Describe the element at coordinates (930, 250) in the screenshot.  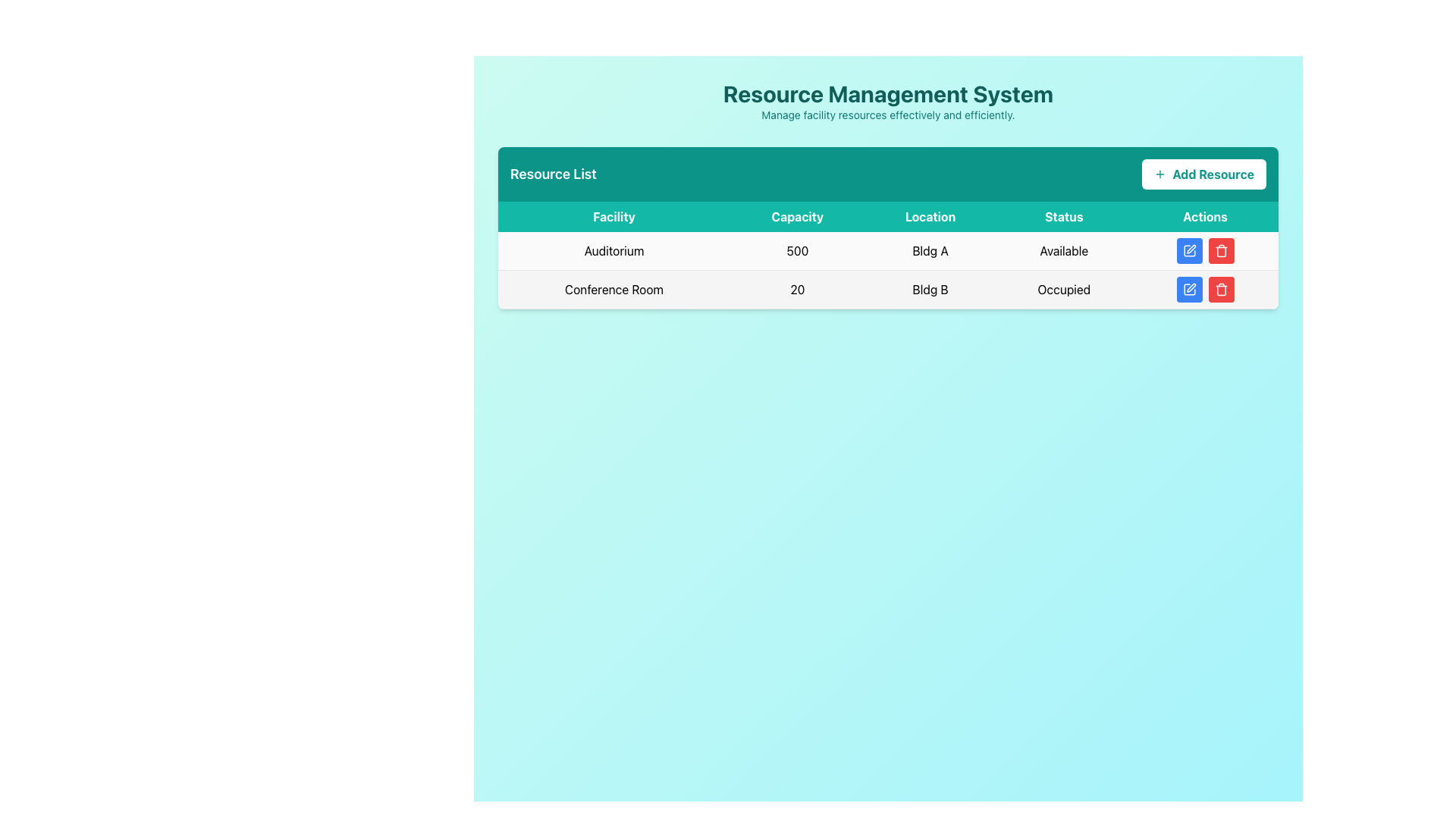
I see `the text label that indicates the location of the 'Auditorium' resource, which is the third cell in the first row of the table, positioned between the 'Capacity' and 'Status' columns` at that location.